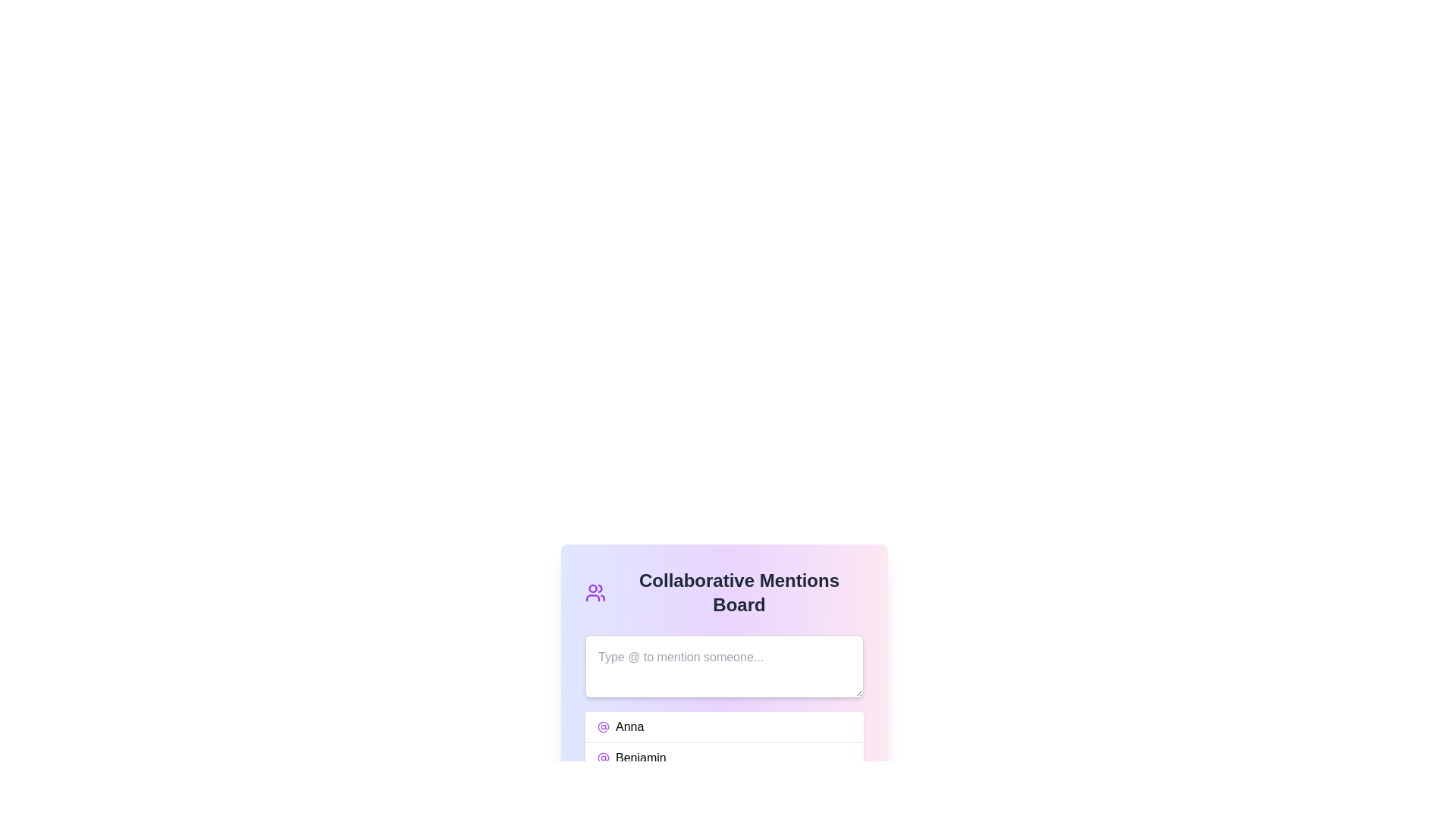 The width and height of the screenshot is (1456, 819). What do you see at coordinates (739, 592) in the screenshot?
I see `text heading element displaying 'Collaborative Mentions Board' which is prominently positioned at the top of the section with a bold and large font` at bounding box center [739, 592].